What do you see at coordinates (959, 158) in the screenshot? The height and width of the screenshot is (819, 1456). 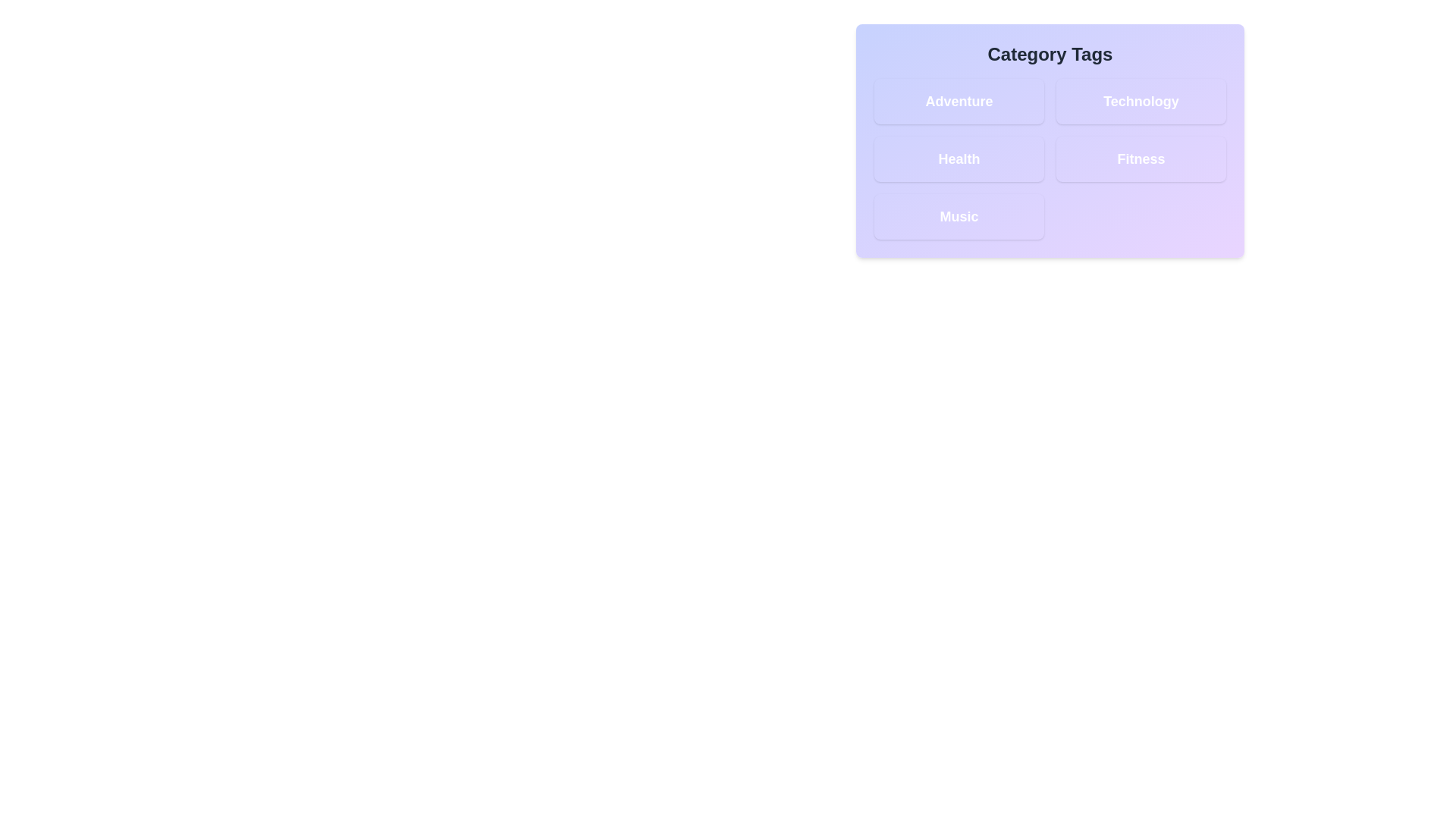 I see `the tag labeled Health to toggle its active state` at bounding box center [959, 158].